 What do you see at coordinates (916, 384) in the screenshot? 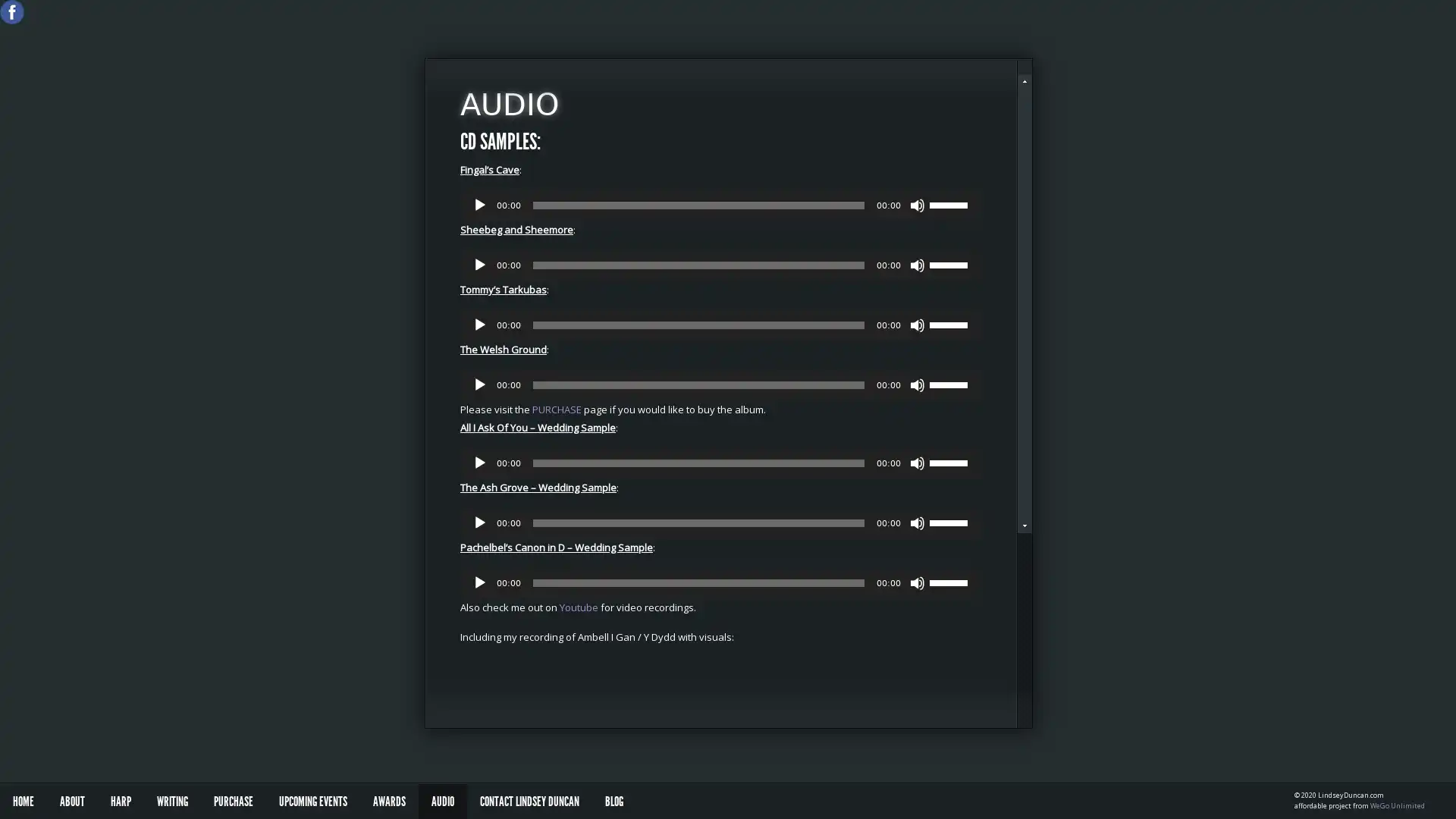
I see `Mute` at bounding box center [916, 384].